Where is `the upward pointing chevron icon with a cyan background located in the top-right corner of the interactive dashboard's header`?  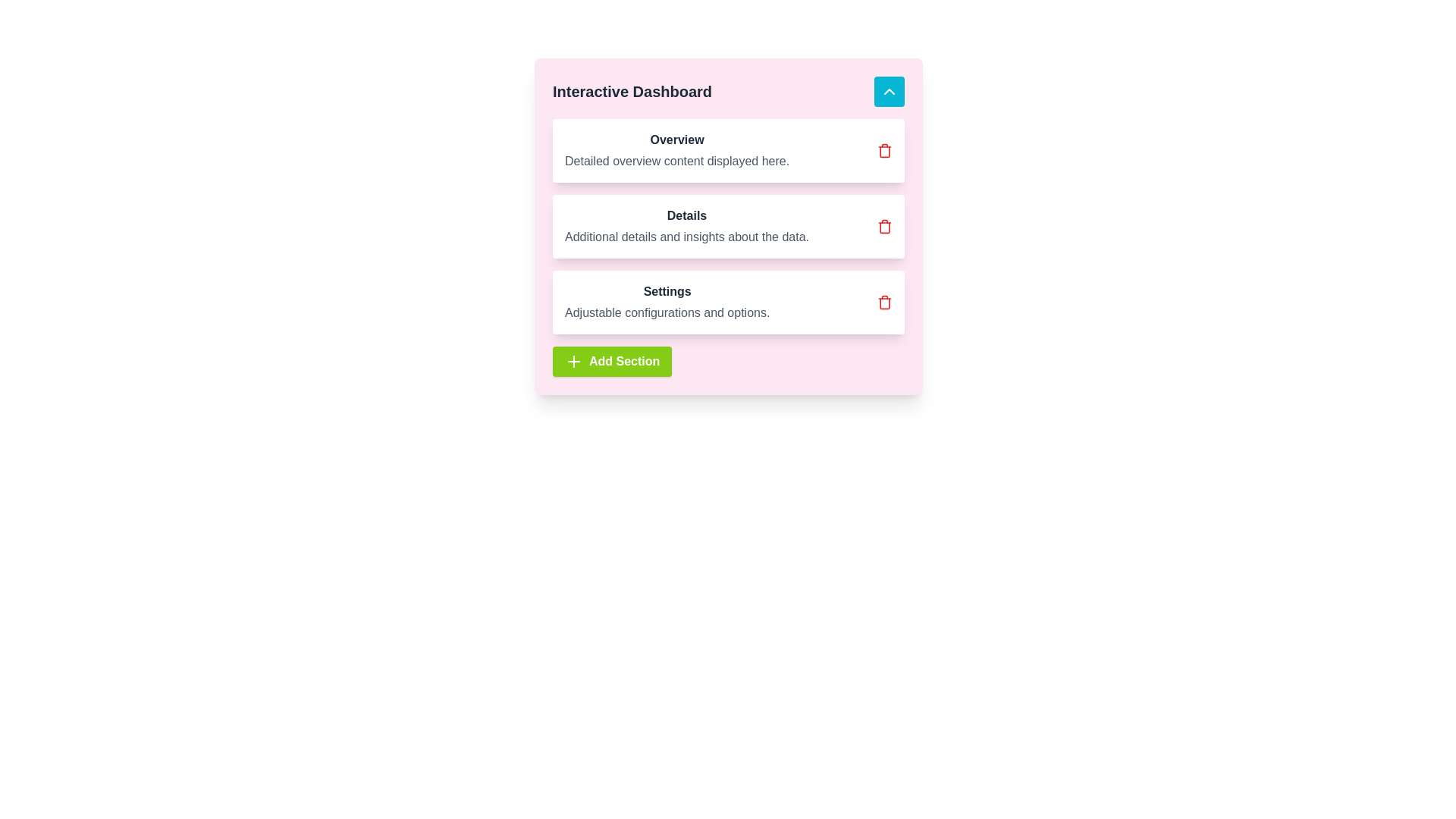
the upward pointing chevron icon with a cyan background located in the top-right corner of the interactive dashboard's header is located at coordinates (889, 91).